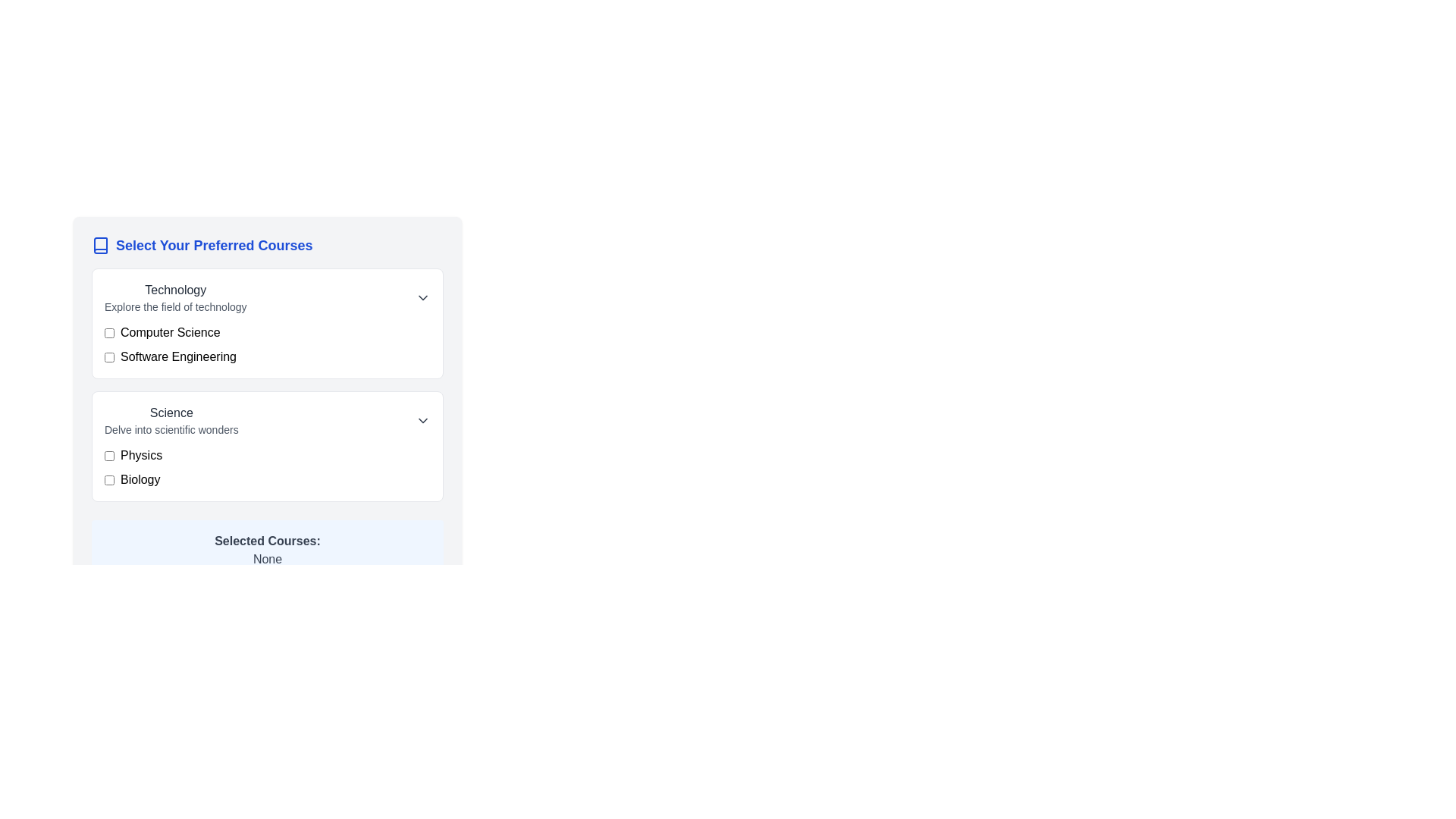  I want to click on the icon representing the context of the section, which is located to the left of the 'Select Your Preferred Courses' text in the header section, so click(100, 245).